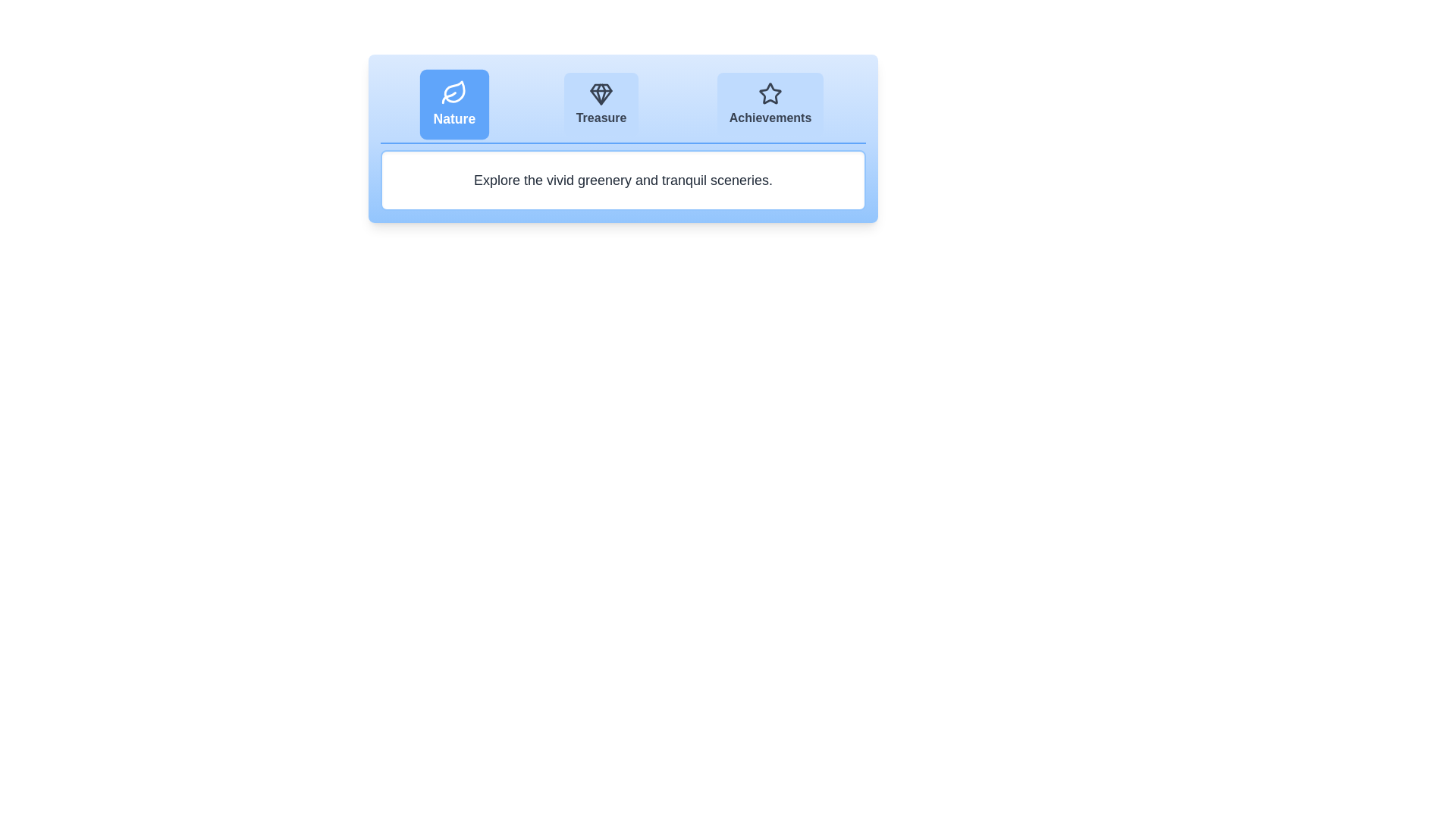 The width and height of the screenshot is (1456, 819). What do you see at coordinates (453, 104) in the screenshot?
I see `the Nature tab` at bounding box center [453, 104].